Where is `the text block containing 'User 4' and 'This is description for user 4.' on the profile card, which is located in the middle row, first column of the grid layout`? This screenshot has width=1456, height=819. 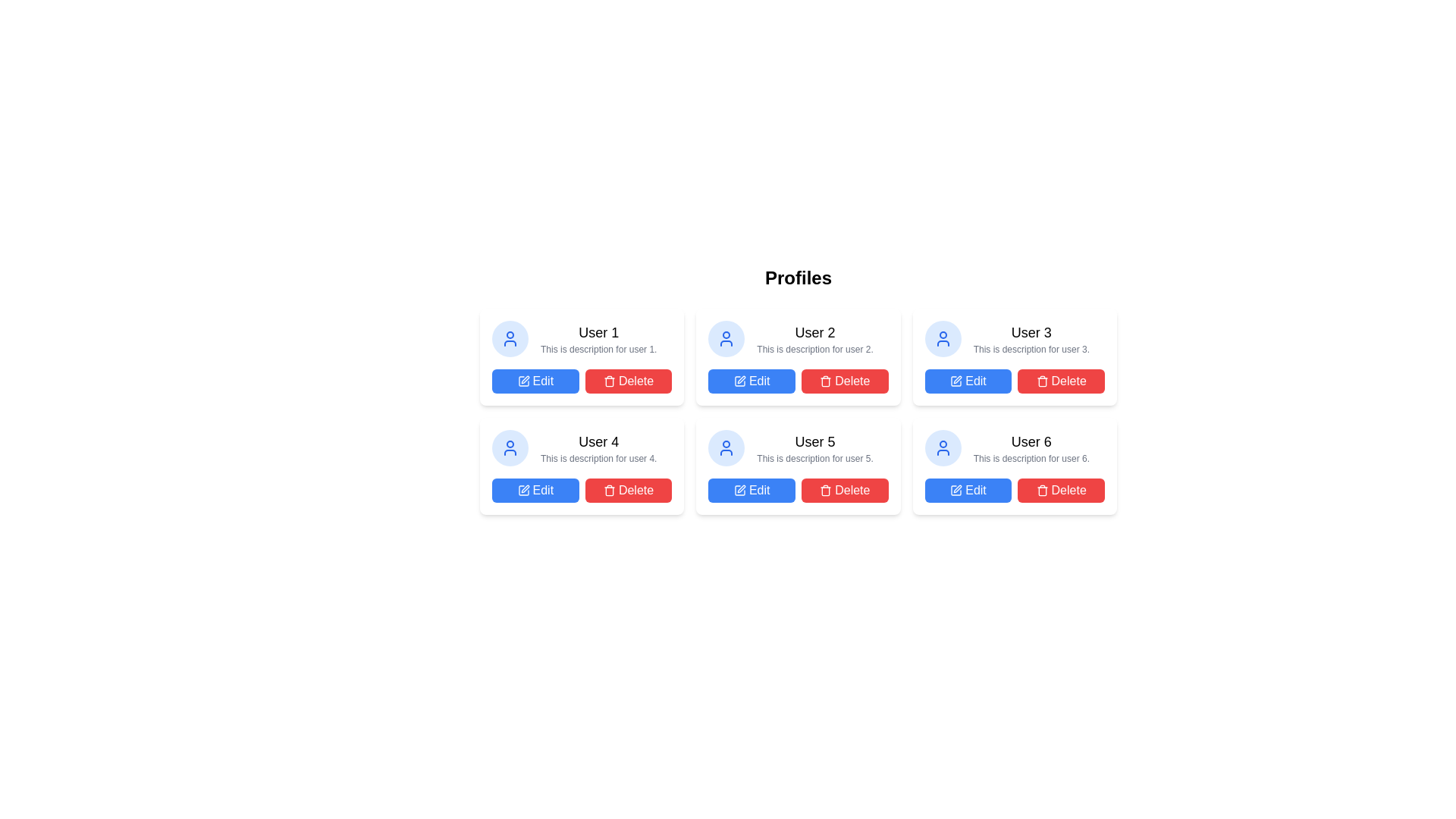 the text block containing 'User 4' and 'This is description for user 4.' on the profile card, which is located in the middle row, first column of the grid layout is located at coordinates (581, 447).